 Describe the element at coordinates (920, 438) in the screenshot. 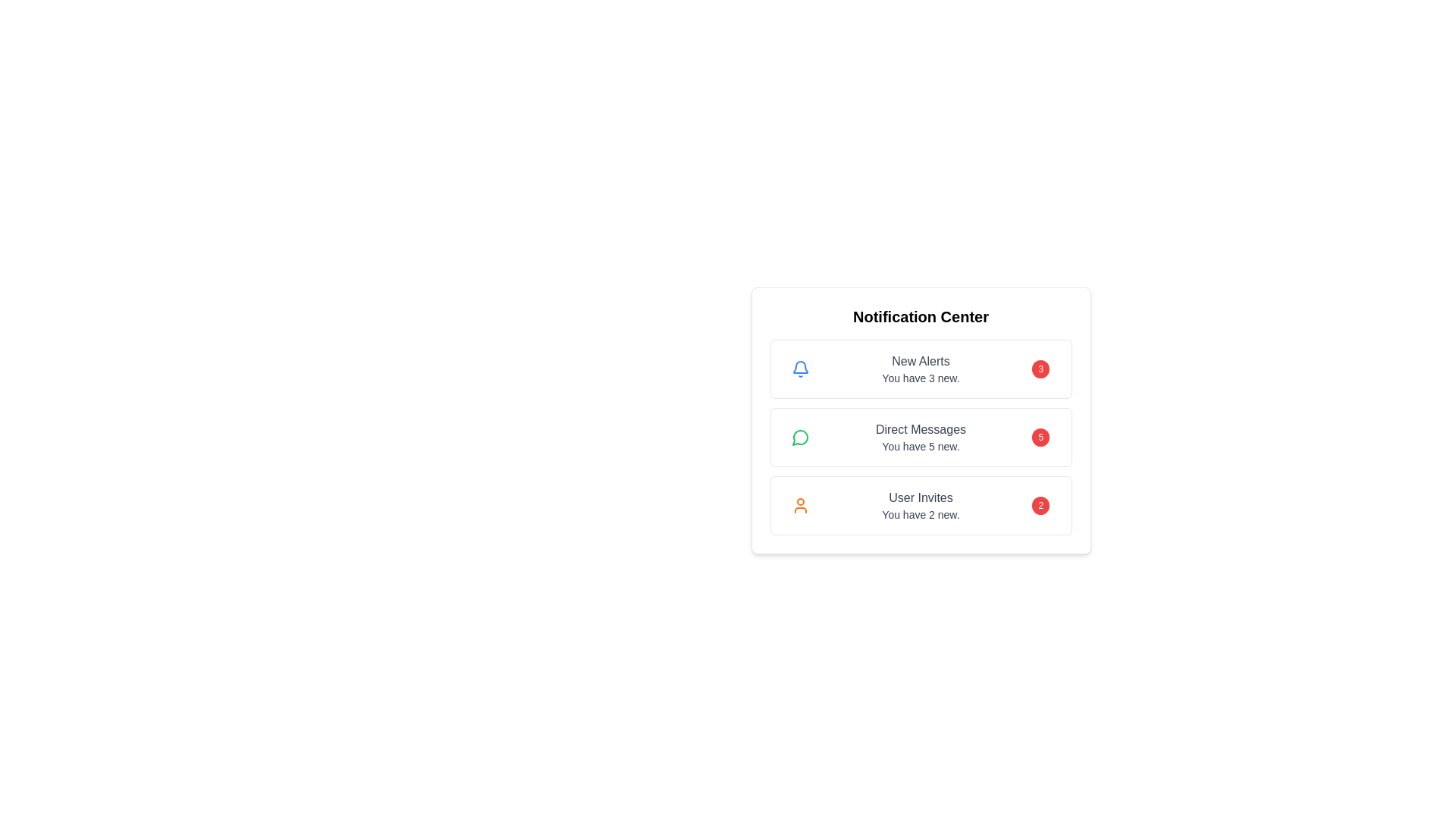

I see `text displayed in the 'Direct Messages' element, which shows 'You have 5 new.' underneath it` at that location.